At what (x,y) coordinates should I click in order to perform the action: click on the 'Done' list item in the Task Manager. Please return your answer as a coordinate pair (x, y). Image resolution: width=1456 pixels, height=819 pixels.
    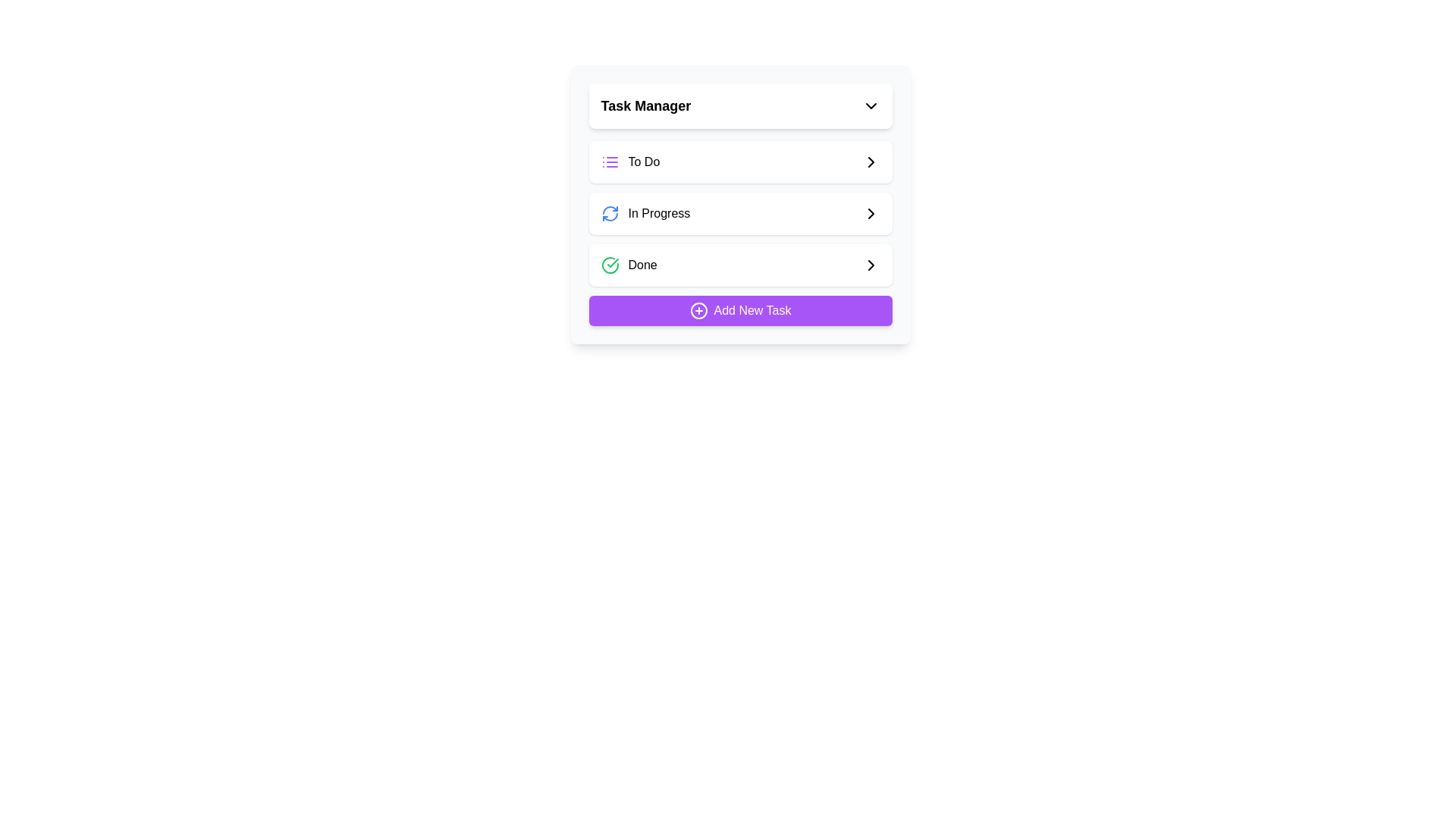
    Looking at the image, I should click on (740, 265).